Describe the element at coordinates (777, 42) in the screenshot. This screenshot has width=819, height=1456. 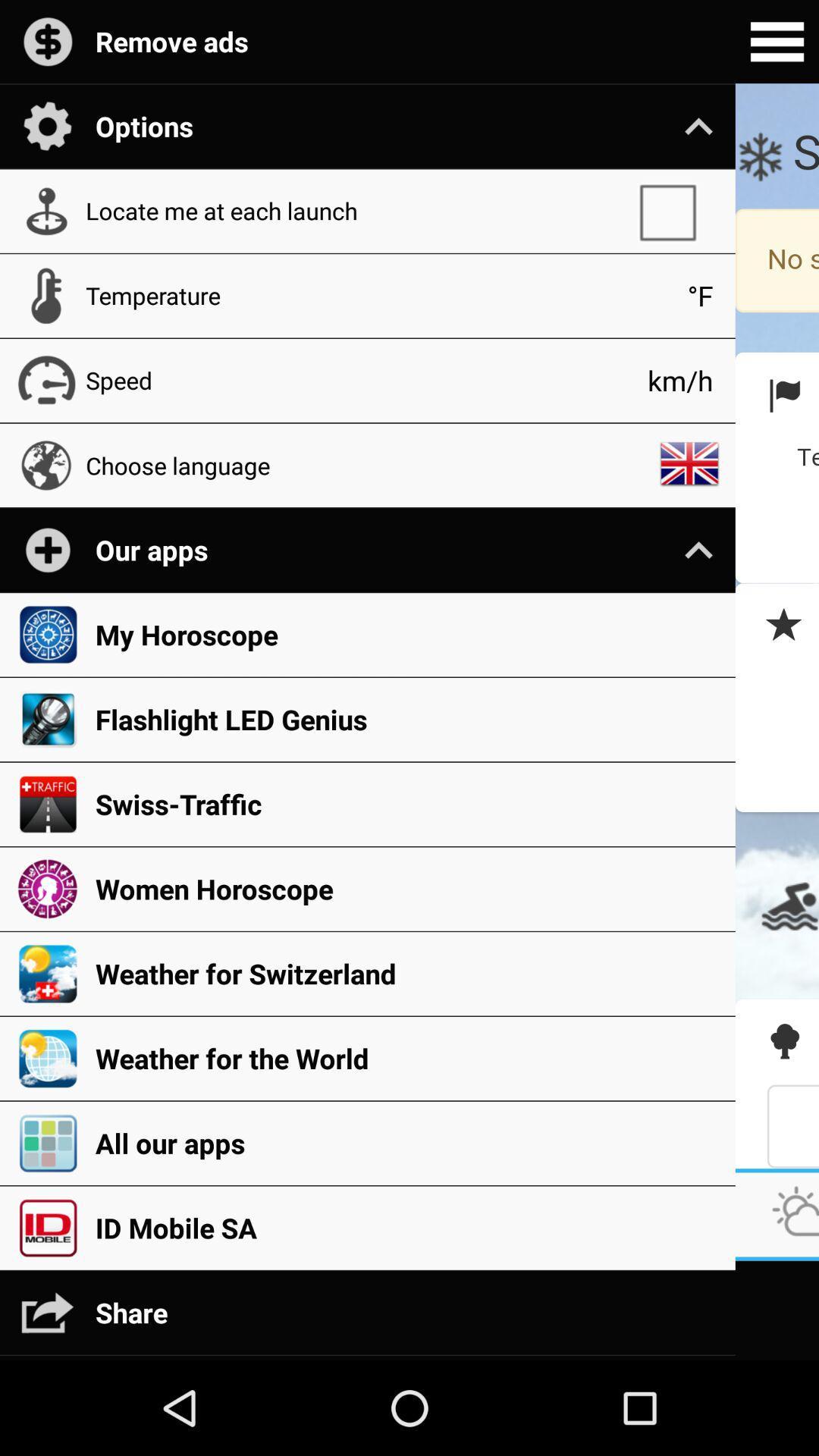
I see `icon next to the remove ads item` at that location.